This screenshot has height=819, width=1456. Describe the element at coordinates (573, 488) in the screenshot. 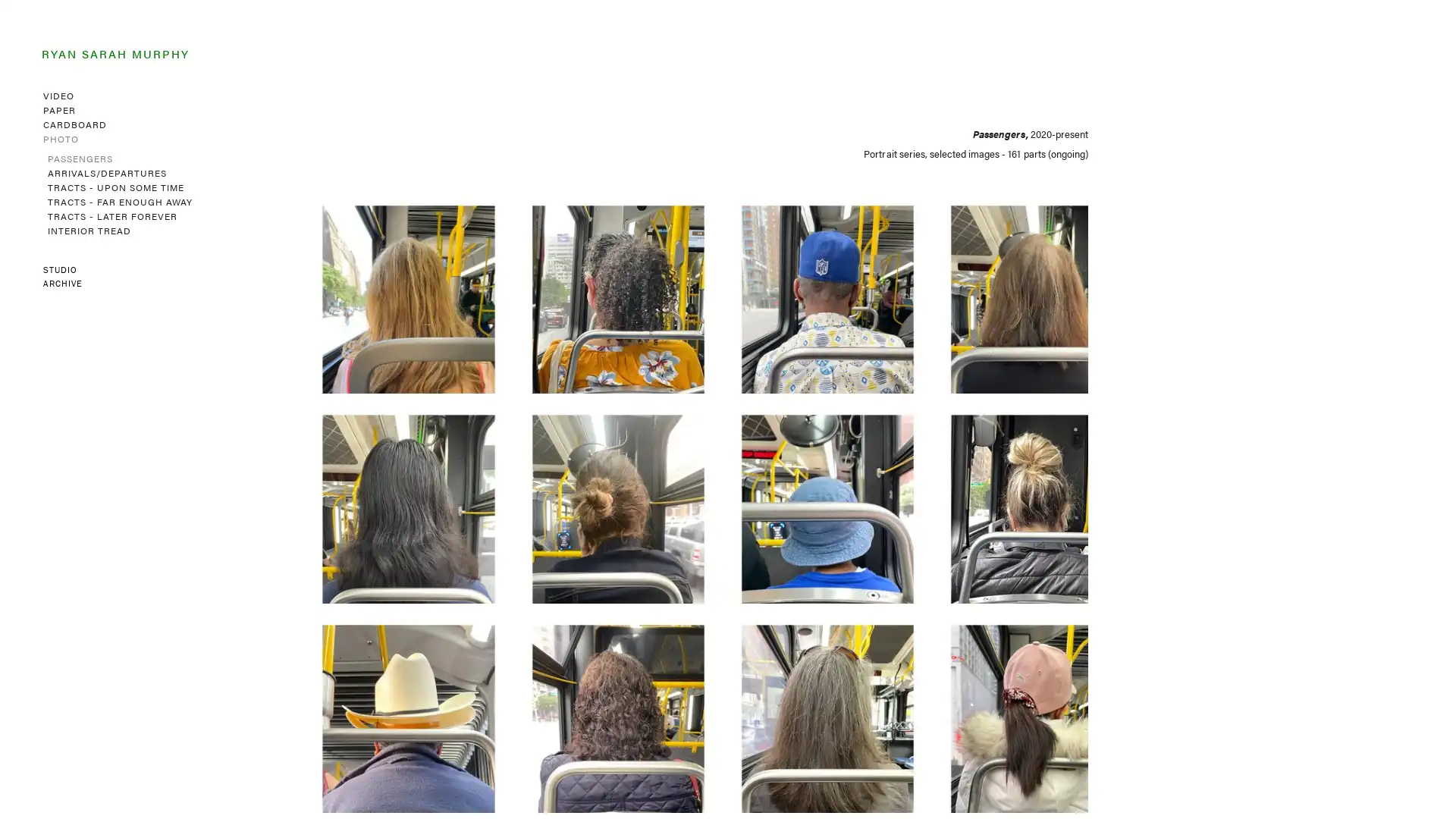

I see `View fullsize Passenger 156-.jpeg` at that location.